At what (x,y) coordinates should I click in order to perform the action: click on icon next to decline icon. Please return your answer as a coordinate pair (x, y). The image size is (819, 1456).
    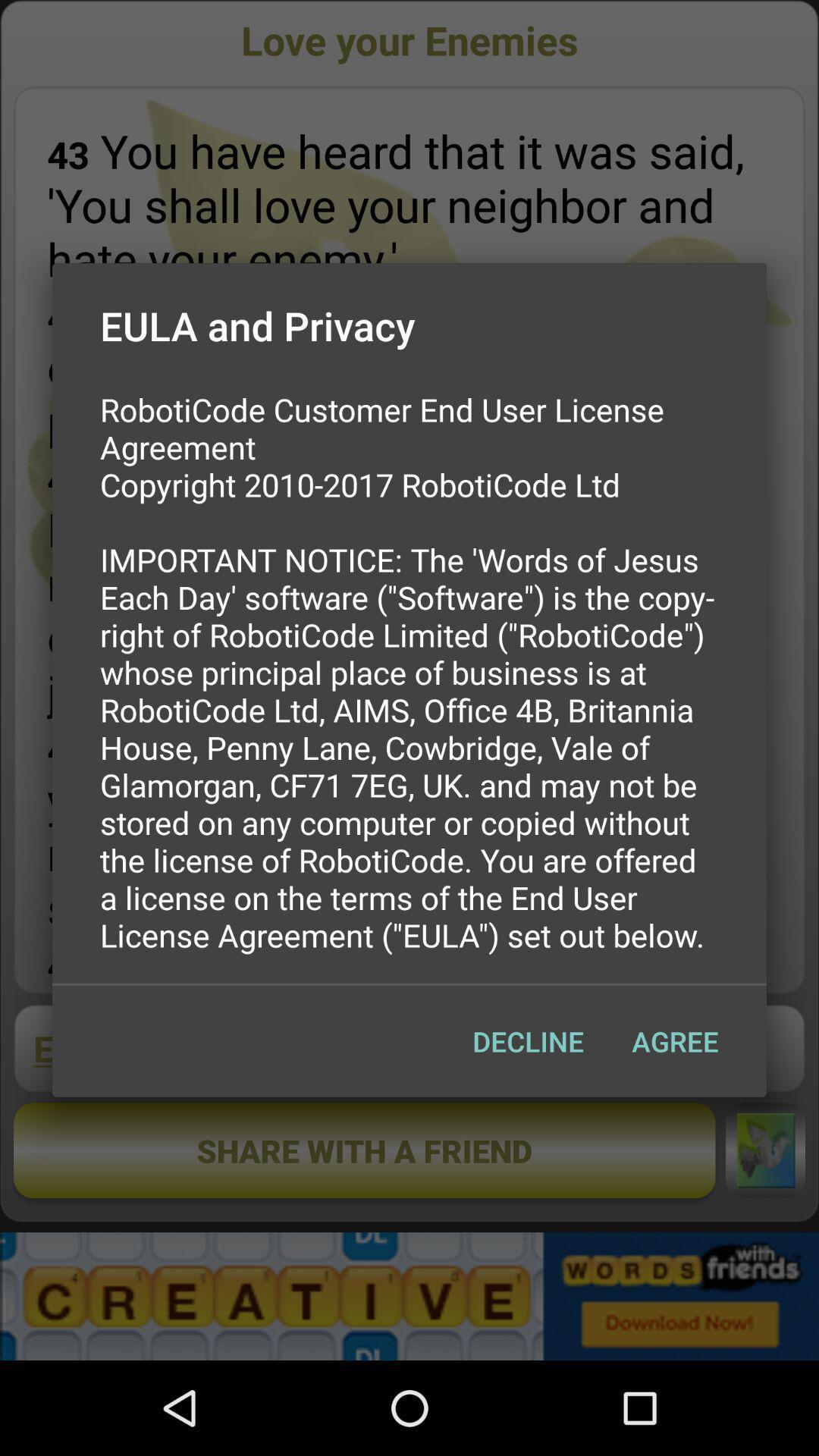
    Looking at the image, I should click on (674, 1040).